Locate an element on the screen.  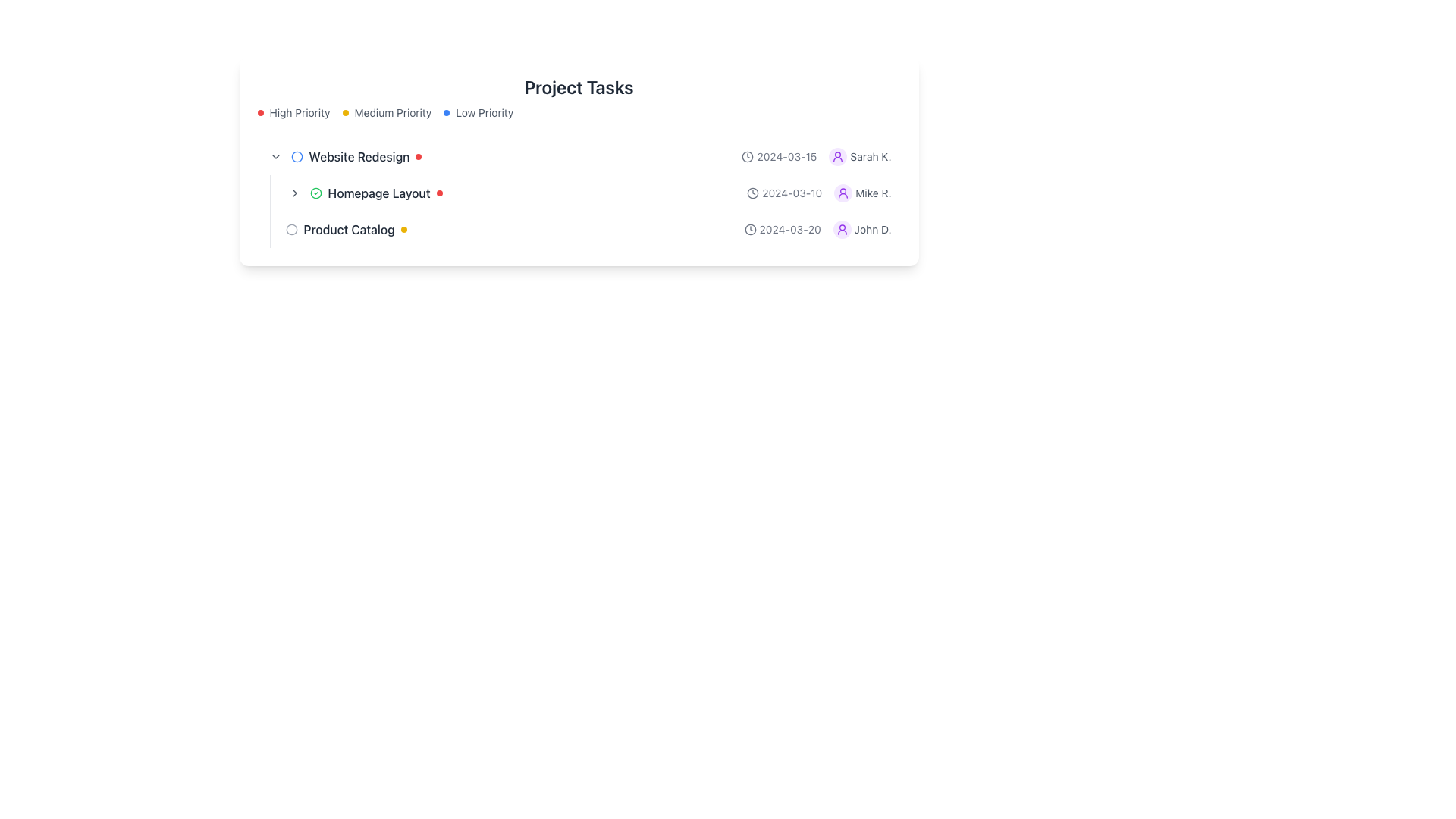
the 'Homepage Layout' text label, which is styled in gray and positioned in a hierarchical list under 'Website Redesign' is located at coordinates (378, 192).